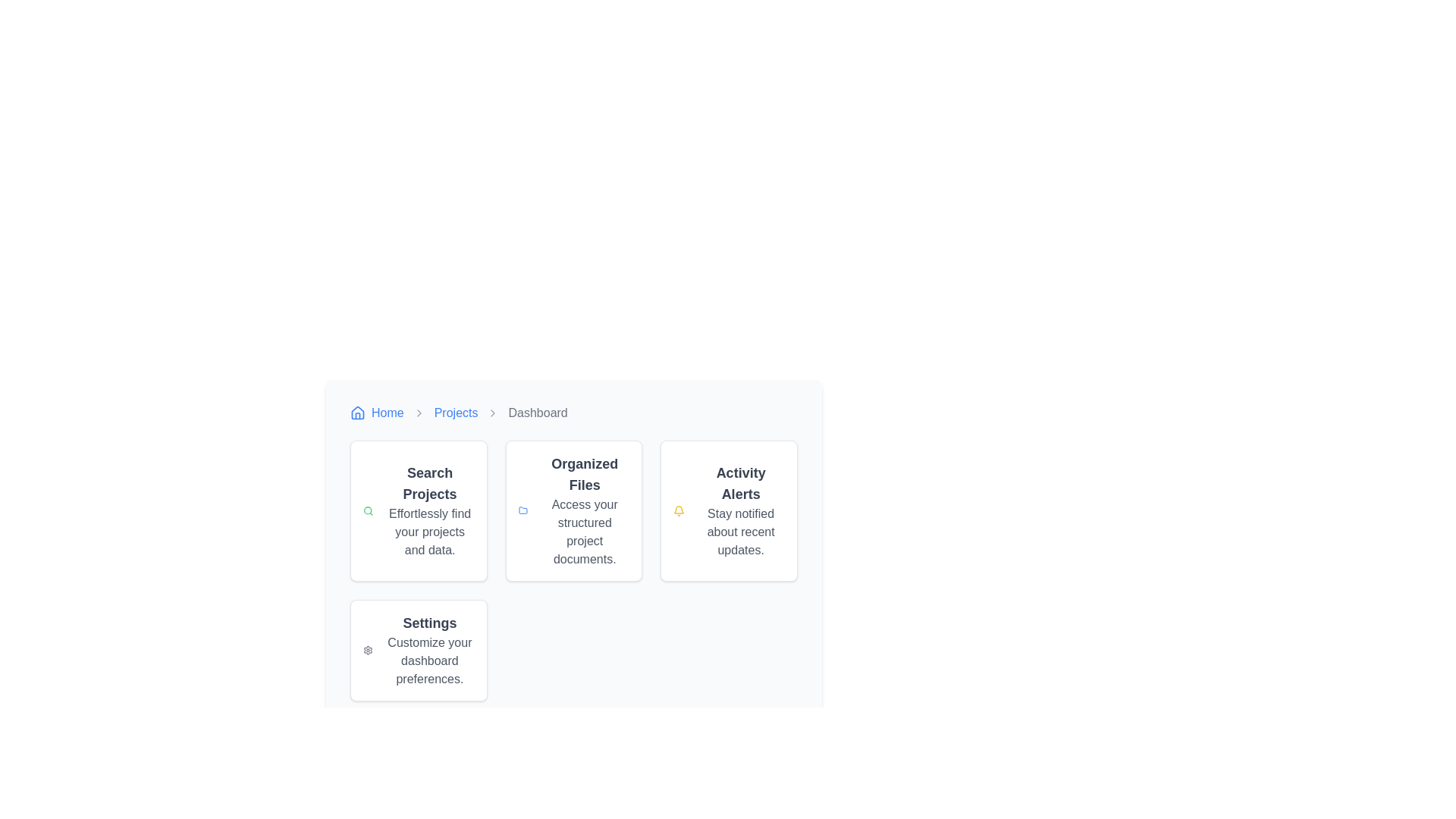 Image resolution: width=1456 pixels, height=819 pixels. What do you see at coordinates (368, 649) in the screenshot?
I see `the gear icon representing the settings functionality located to the left of the 'Settings' text on the dashboard` at bounding box center [368, 649].